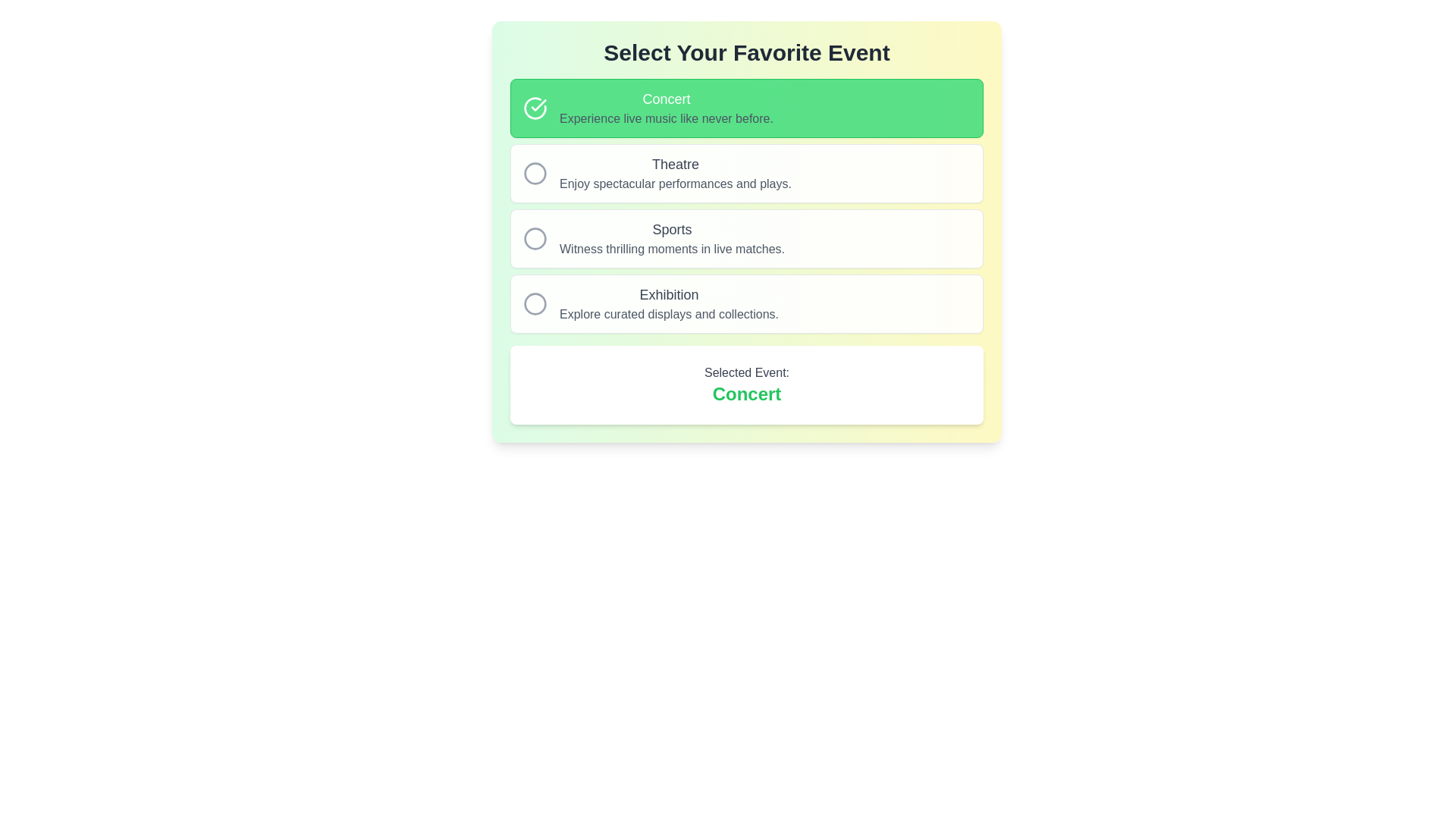 This screenshot has width=1456, height=819. What do you see at coordinates (666, 118) in the screenshot?
I see `the static text providing descriptive information about the 'Concert' event type, located inside the green rounded rectangle selection box directly below the 'Concert' text` at bounding box center [666, 118].